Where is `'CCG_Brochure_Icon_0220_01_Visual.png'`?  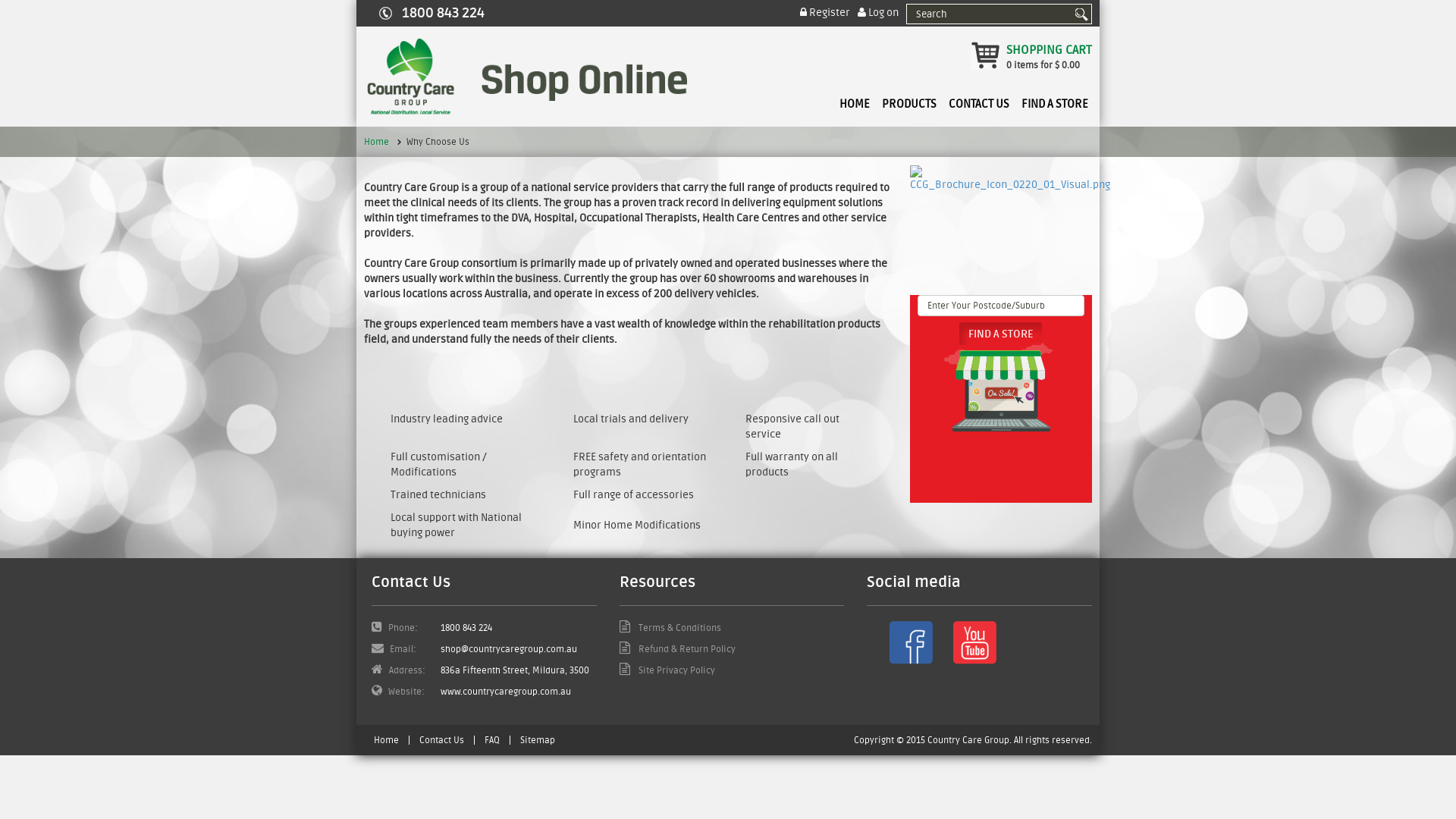
'CCG_Brochure_Icon_0220_01_Visual.png' is located at coordinates (910, 177).